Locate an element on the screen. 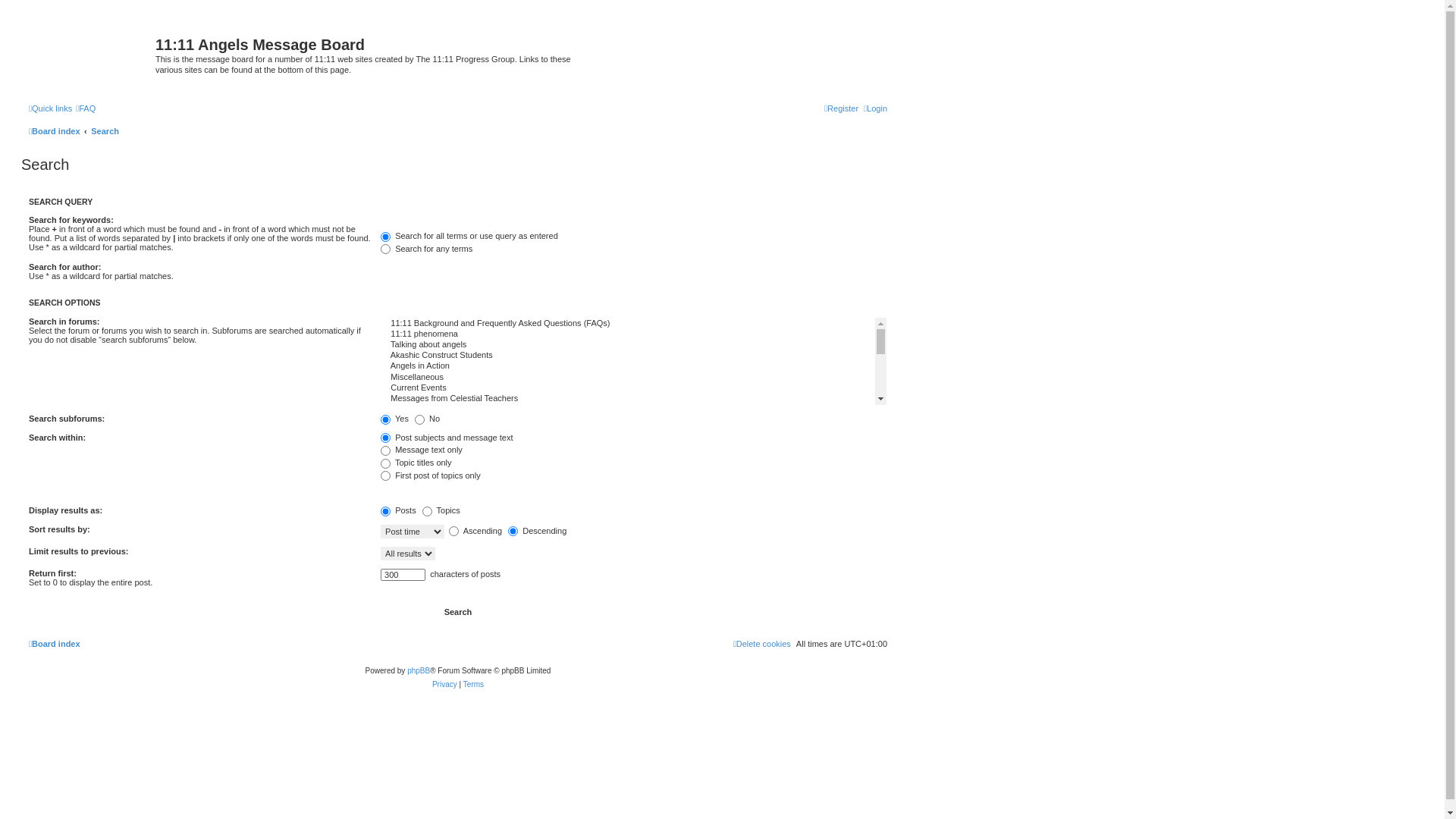 The image size is (1456, 819). 'phpBB' is located at coordinates (419, 670).